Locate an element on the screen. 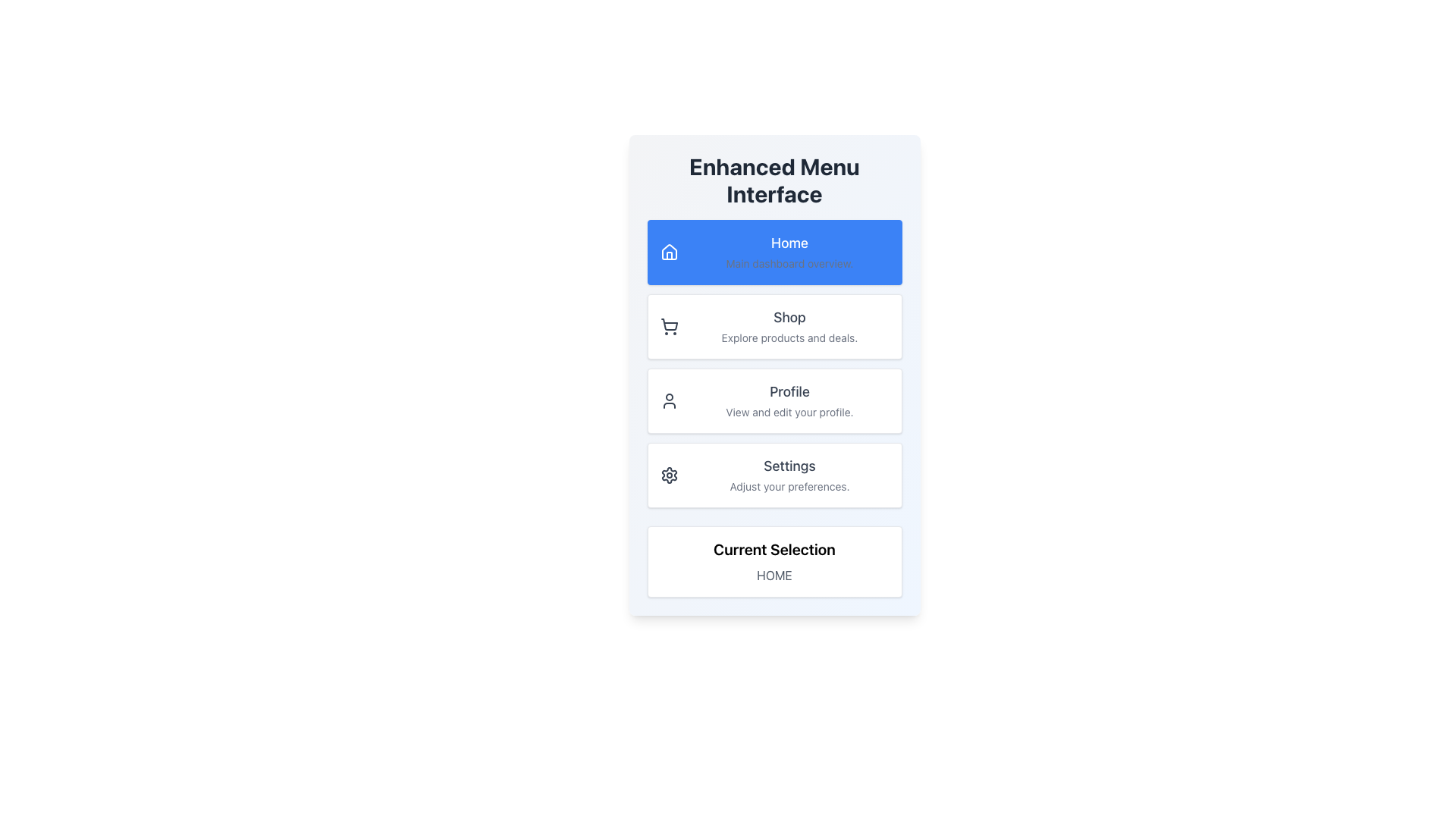 This screenshot has height=819, width=1456. text label indicating 'Home' located at the top section of the interface within a highlighted blue rectangular area is located at coordinates (789, 242).